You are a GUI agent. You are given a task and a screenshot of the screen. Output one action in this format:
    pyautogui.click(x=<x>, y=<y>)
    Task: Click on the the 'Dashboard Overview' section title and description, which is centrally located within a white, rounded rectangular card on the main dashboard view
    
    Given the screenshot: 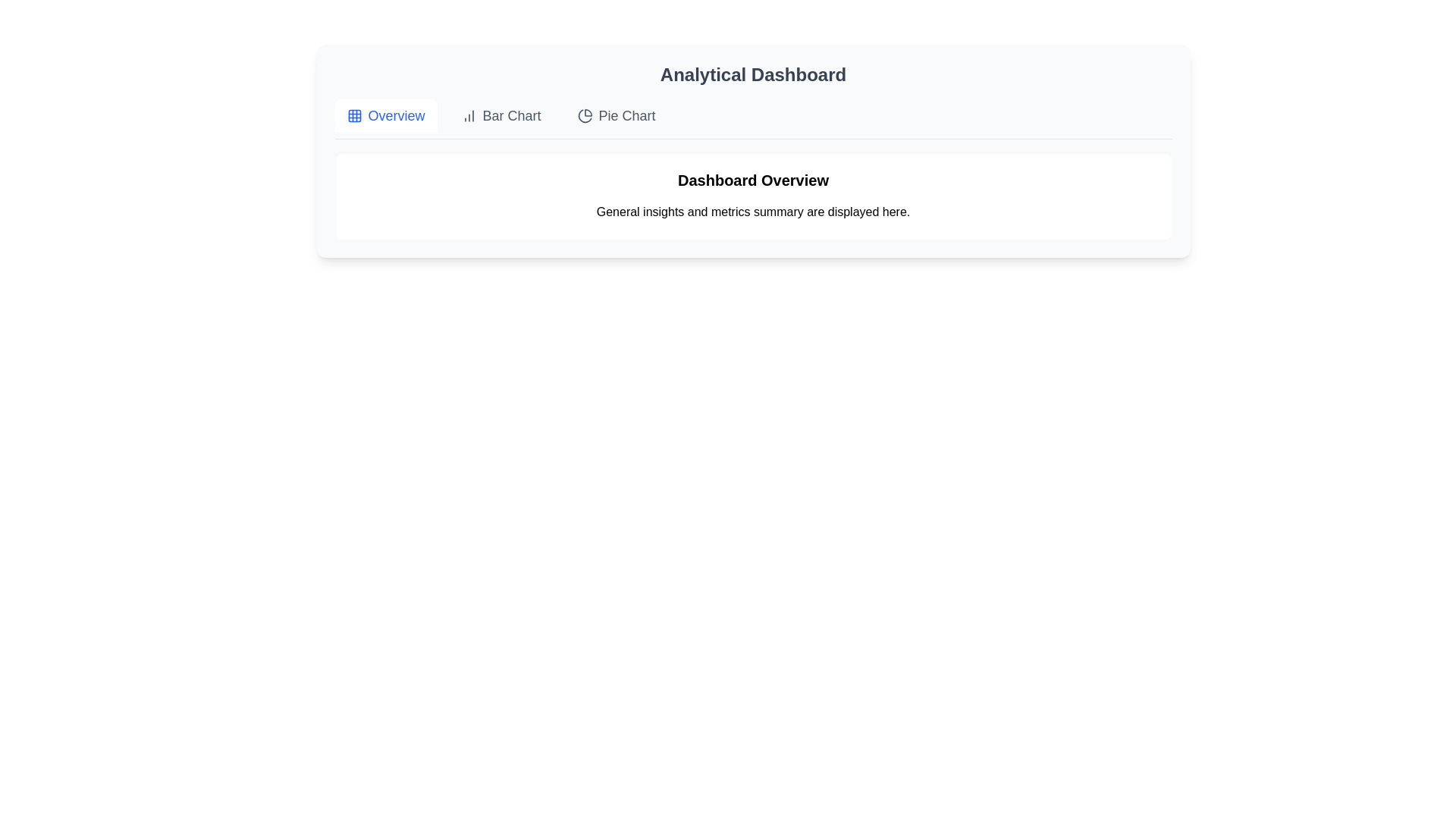 What is the action you would take?
    pyautogui.click(x=753, y=195)
    